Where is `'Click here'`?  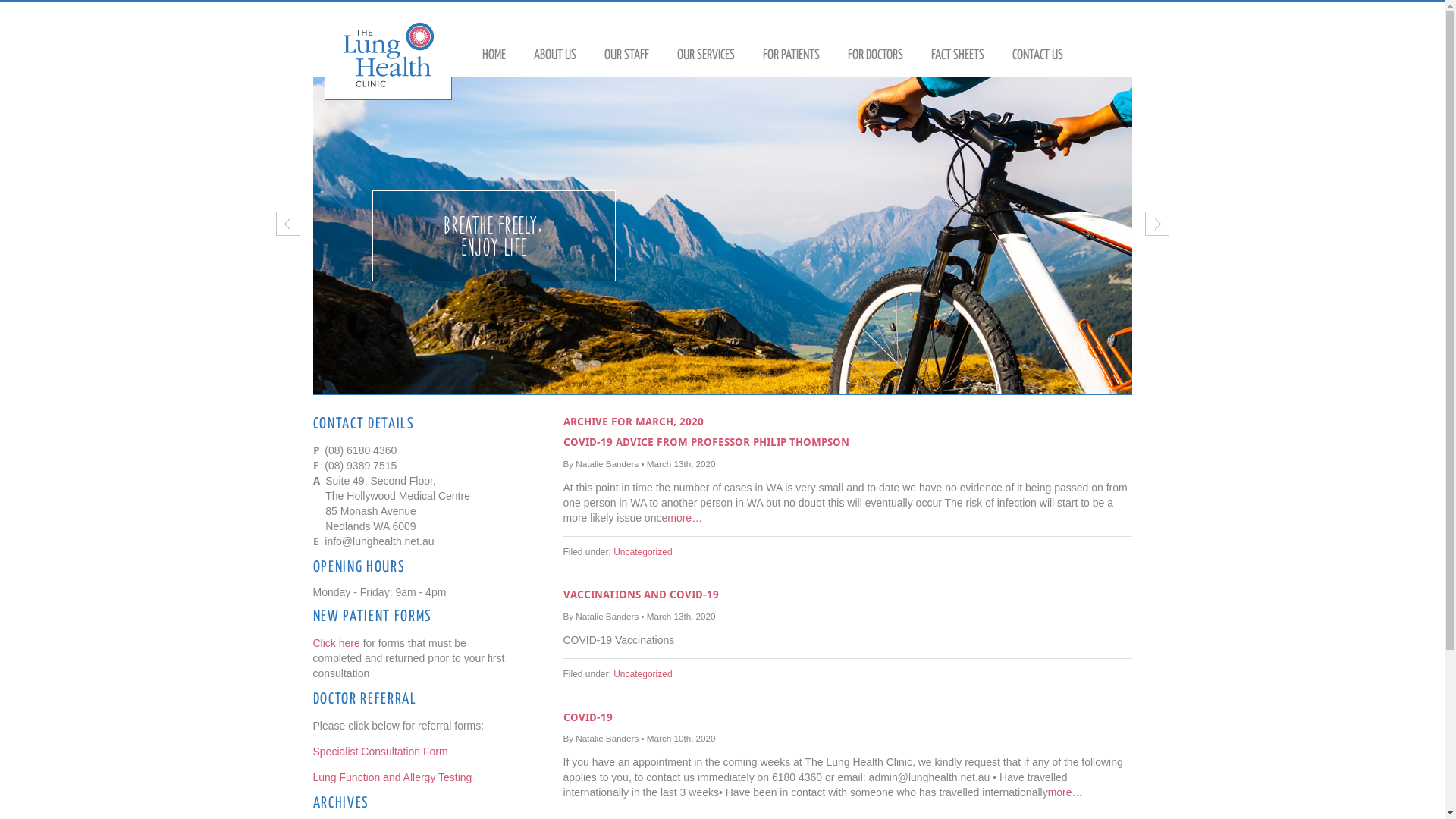
'Click here' is located at coordinates (334, 643).